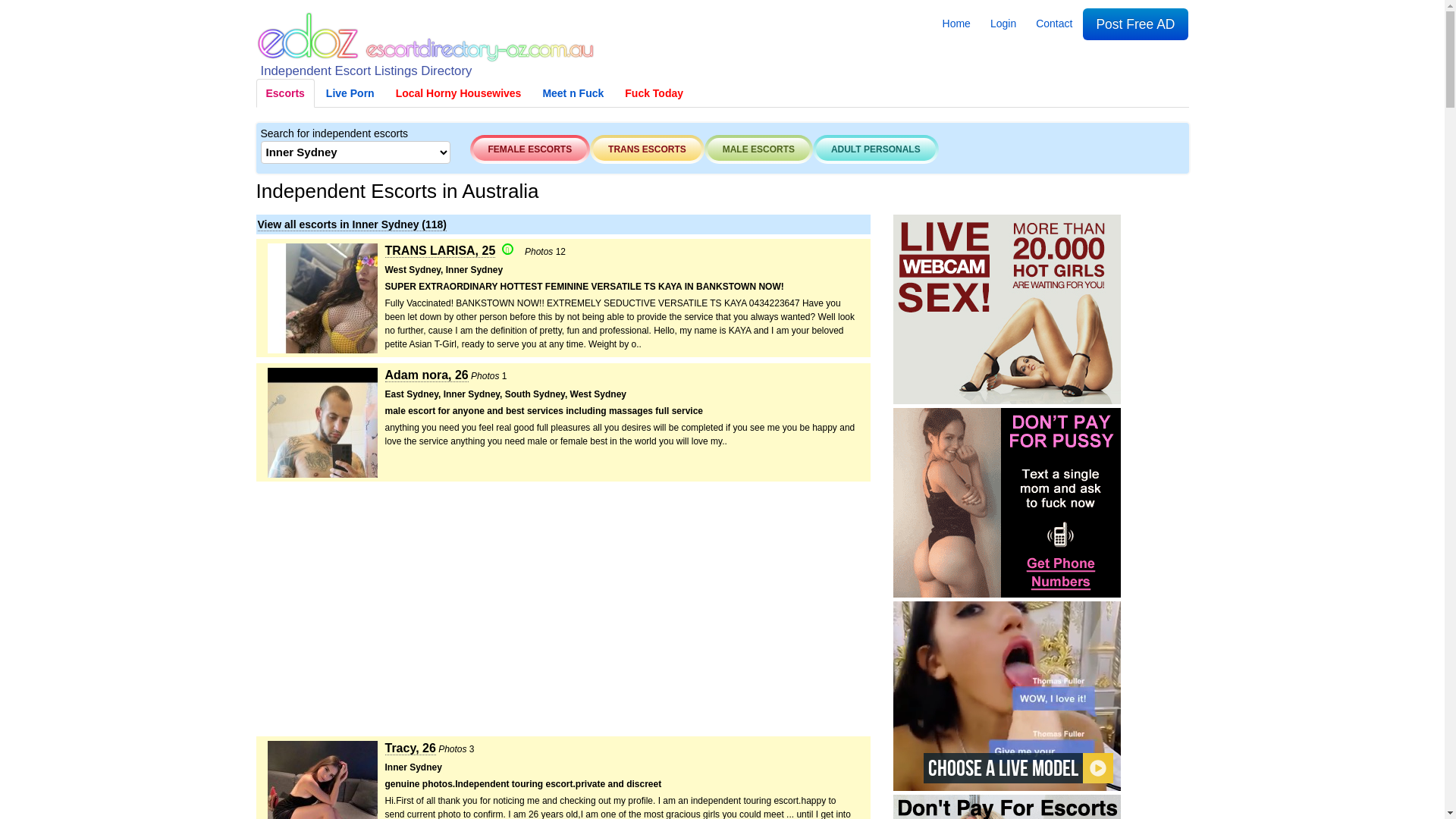  I want to click on 'Home', so click(955, 23).